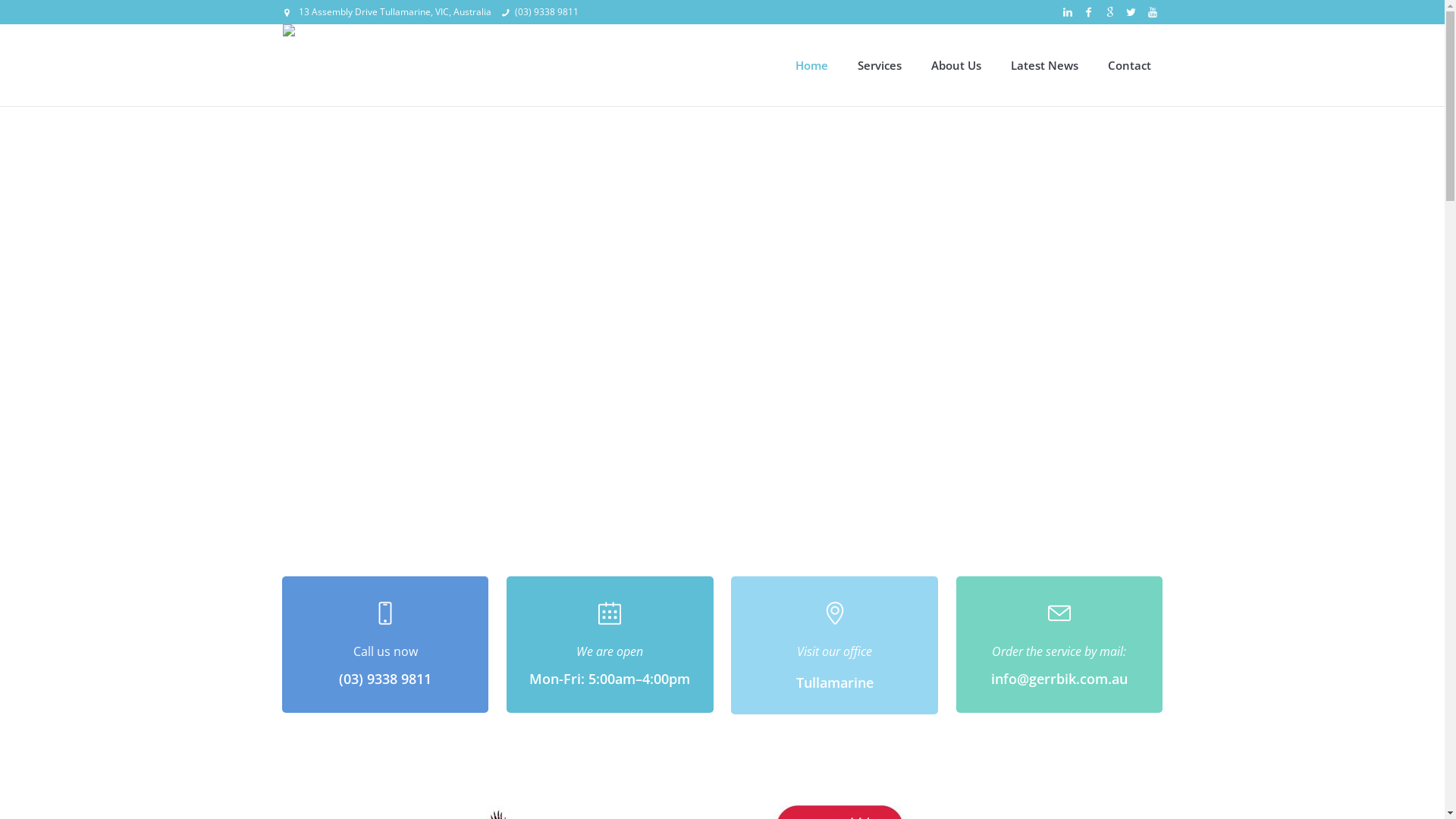 Image resolution: width=1456 pixels, height=819 pixels. Describe the element at coordinates (811, 64) in the screenshot. I see `'Home'` at that location.